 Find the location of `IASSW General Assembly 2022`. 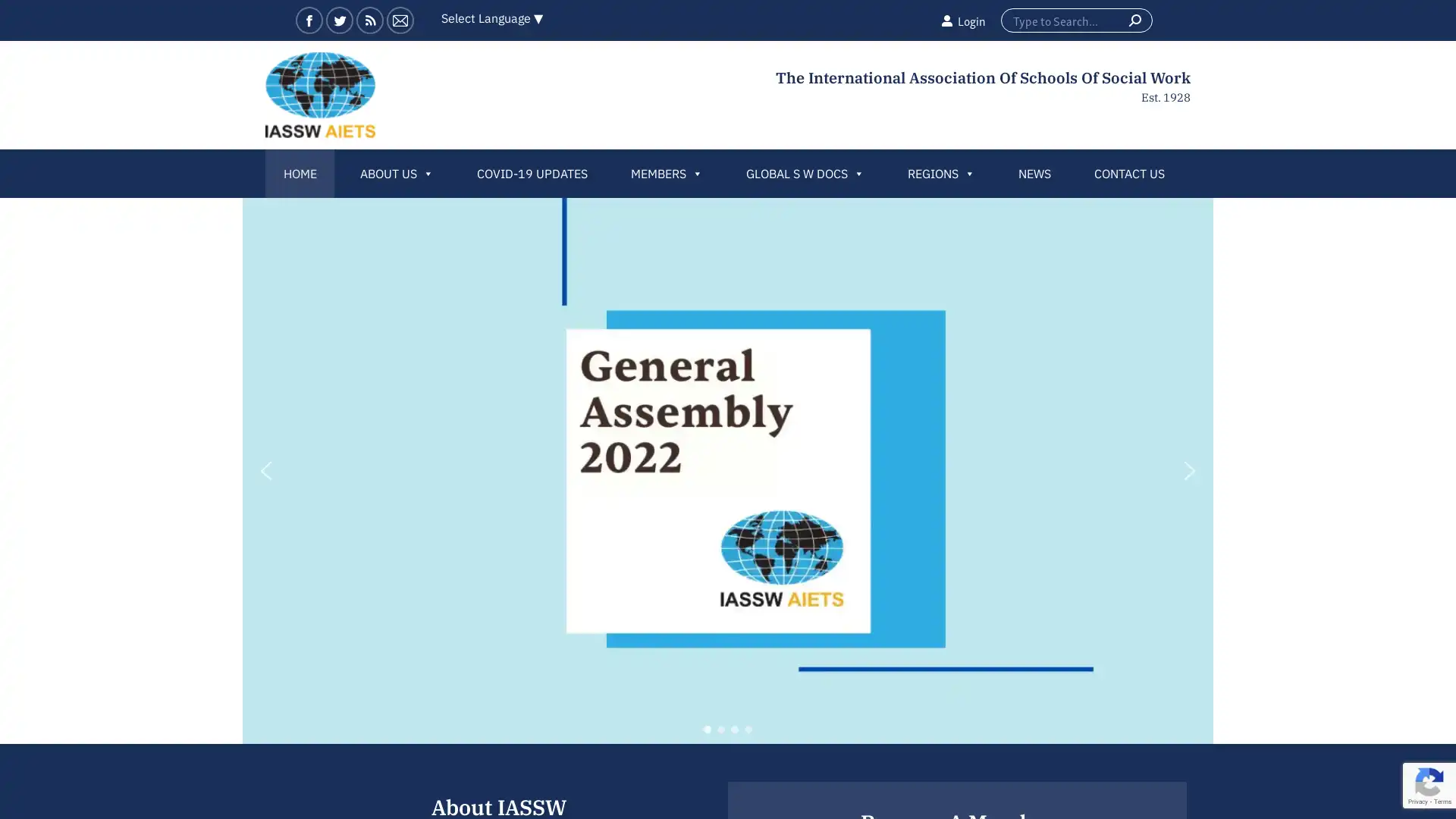

IASSW General Assembly 2022 is located at coordinates (706, 728).